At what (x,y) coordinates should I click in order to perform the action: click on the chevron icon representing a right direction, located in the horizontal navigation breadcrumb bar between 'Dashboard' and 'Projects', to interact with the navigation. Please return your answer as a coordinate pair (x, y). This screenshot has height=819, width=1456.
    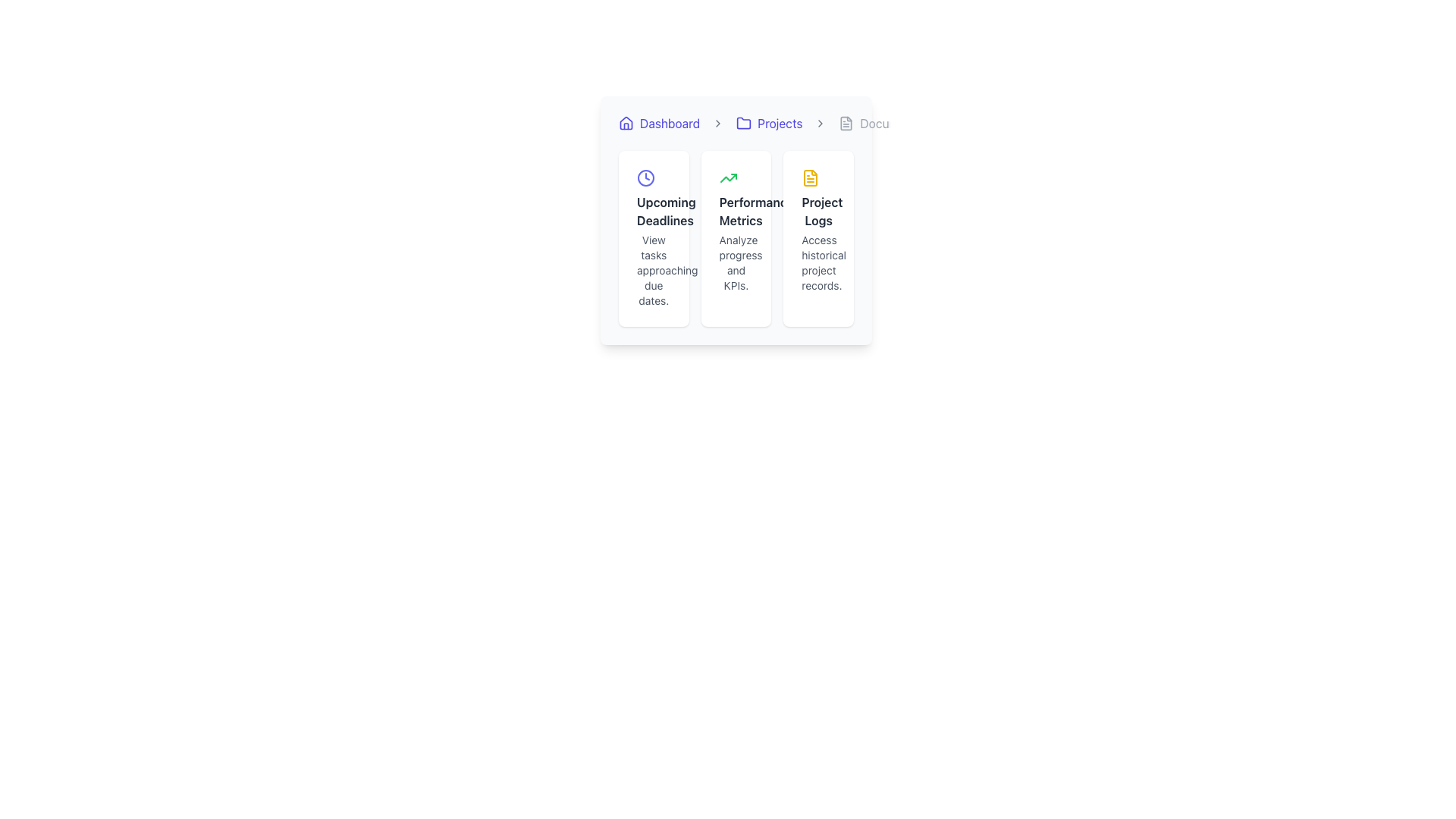
    Looking at the image, I should click on (717, 122).